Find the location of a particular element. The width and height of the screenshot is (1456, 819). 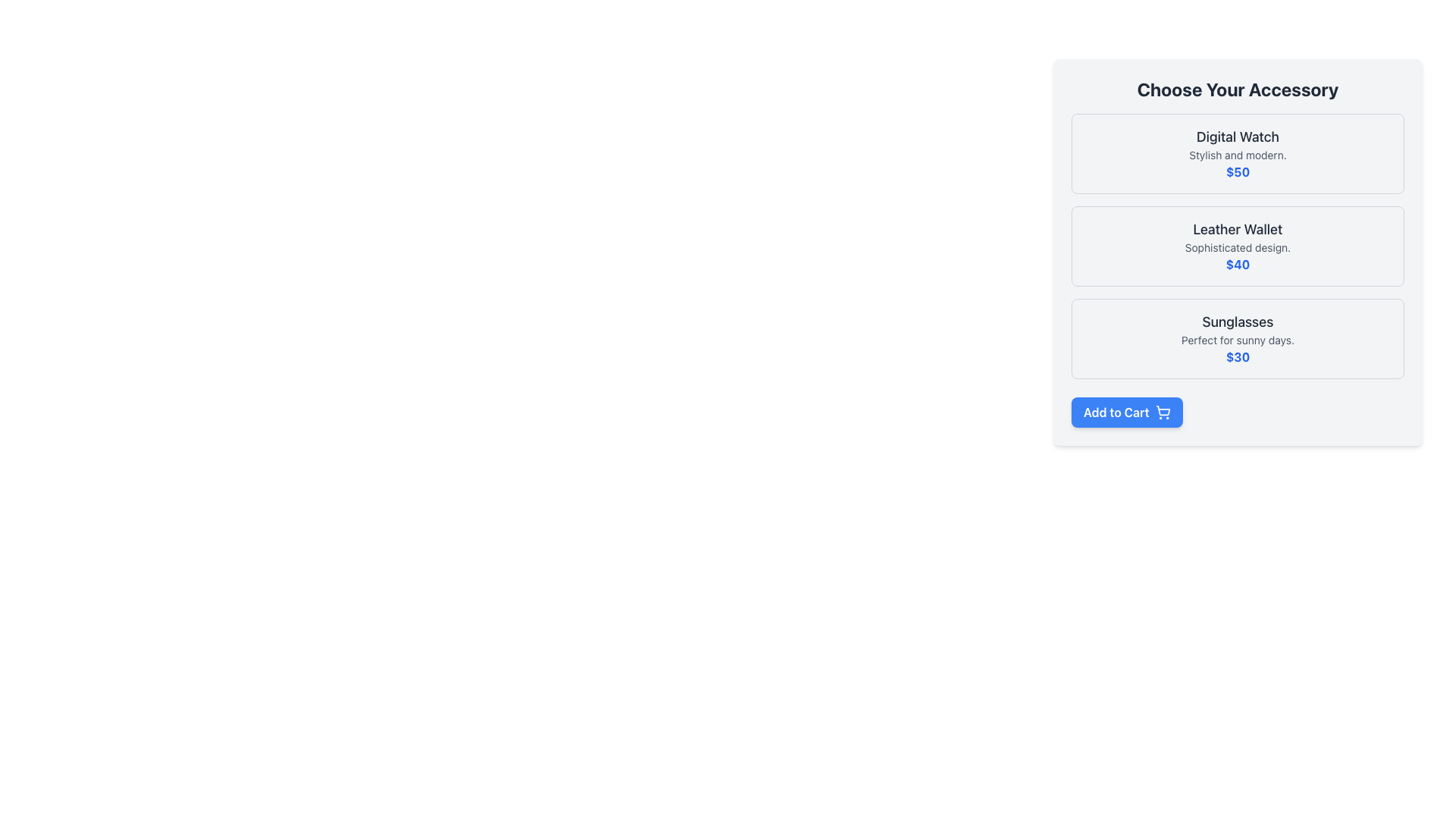

the text label that displays the product name 'Leather Wallet', which is the title of the second product in a vertically stacked product list is located at coordinates (1238, 230).